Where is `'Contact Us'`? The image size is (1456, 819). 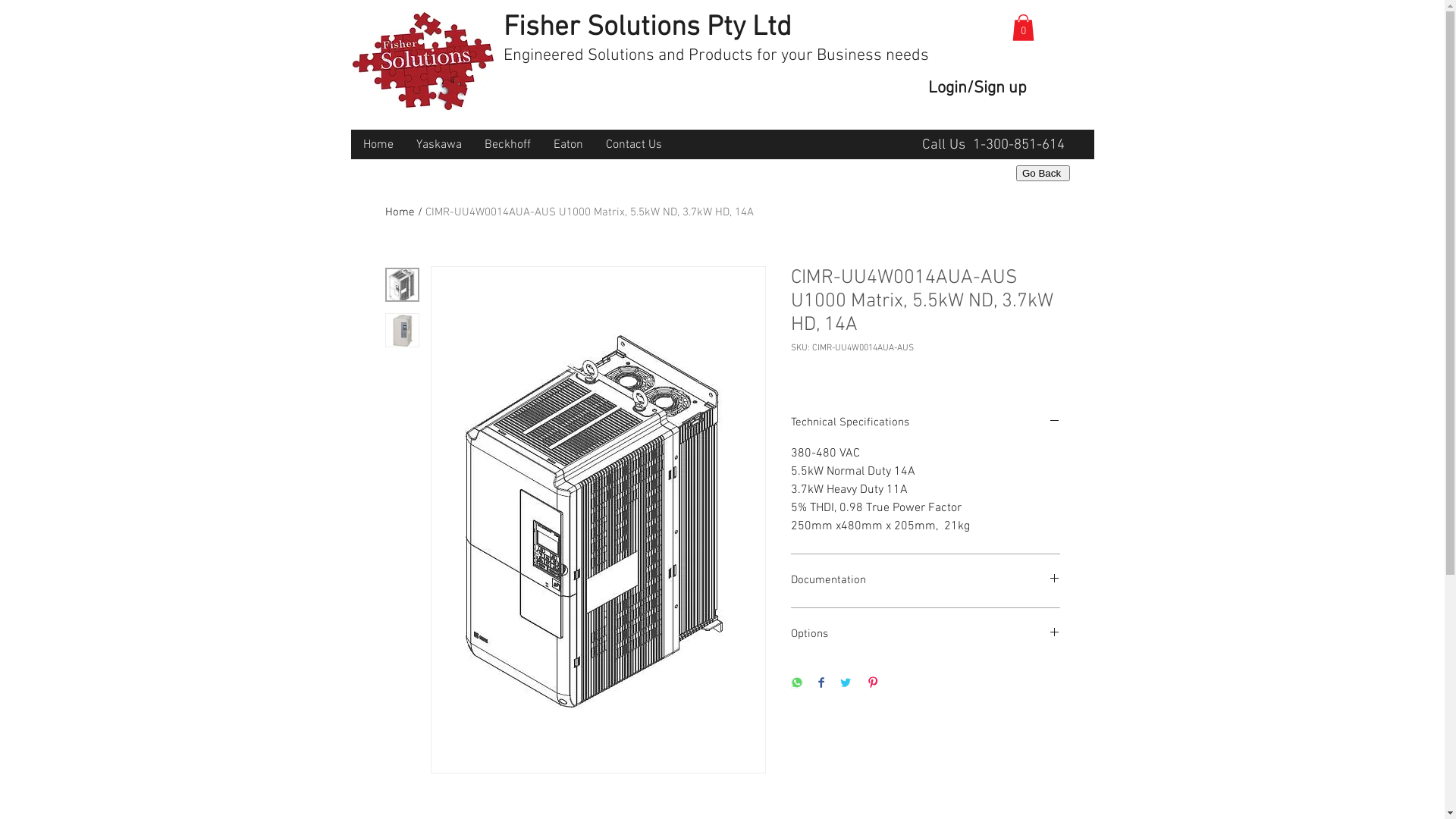 'Contact Us' is located at coordinates (633, 145).